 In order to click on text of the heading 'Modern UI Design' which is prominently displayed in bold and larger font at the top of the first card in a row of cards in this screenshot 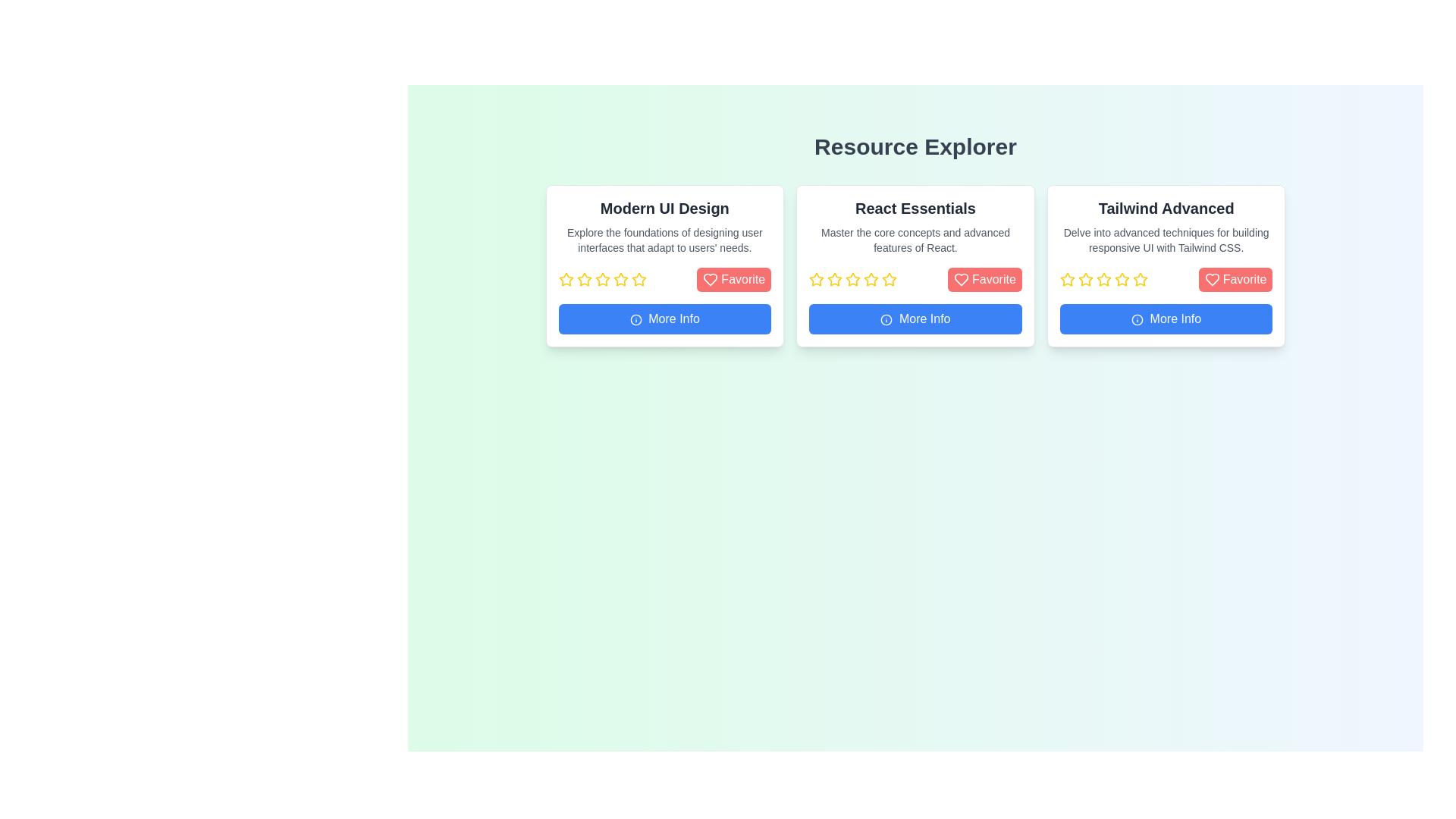, I will do `click(664, 208)`.